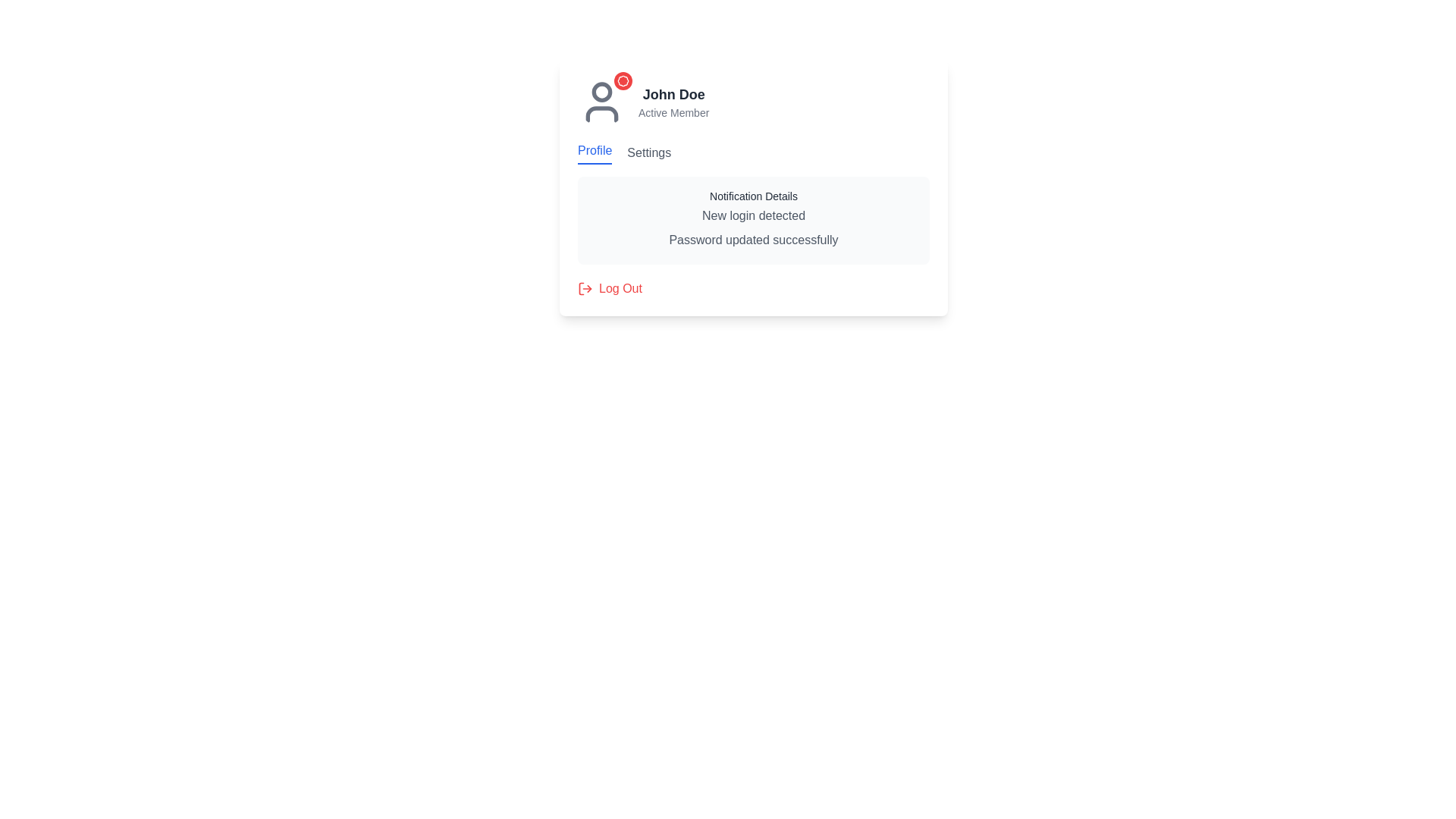 The image size is (1456, 819). I want to click on the Text display component that shows the user's name and status, located in the upper-right section of the interface, next to the profile icon, so click(673, 102).